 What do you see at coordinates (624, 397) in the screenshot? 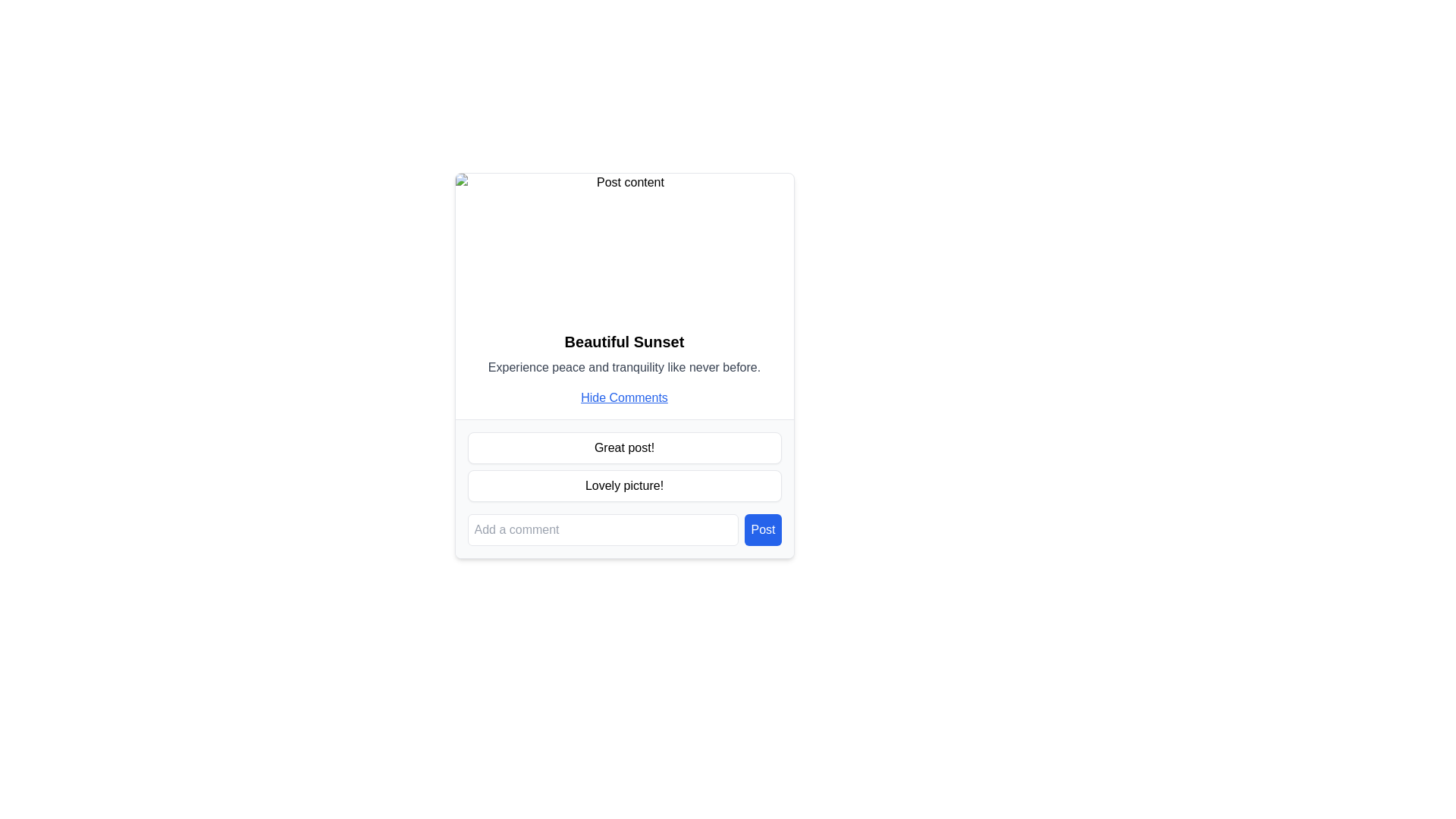
I see `the 'Hide Comments' hyperlink, which is styled in blue with an underline and positioned below the descriptive text 'Experience peace and tranquility like never before.'` at bounding box center [624, 397].